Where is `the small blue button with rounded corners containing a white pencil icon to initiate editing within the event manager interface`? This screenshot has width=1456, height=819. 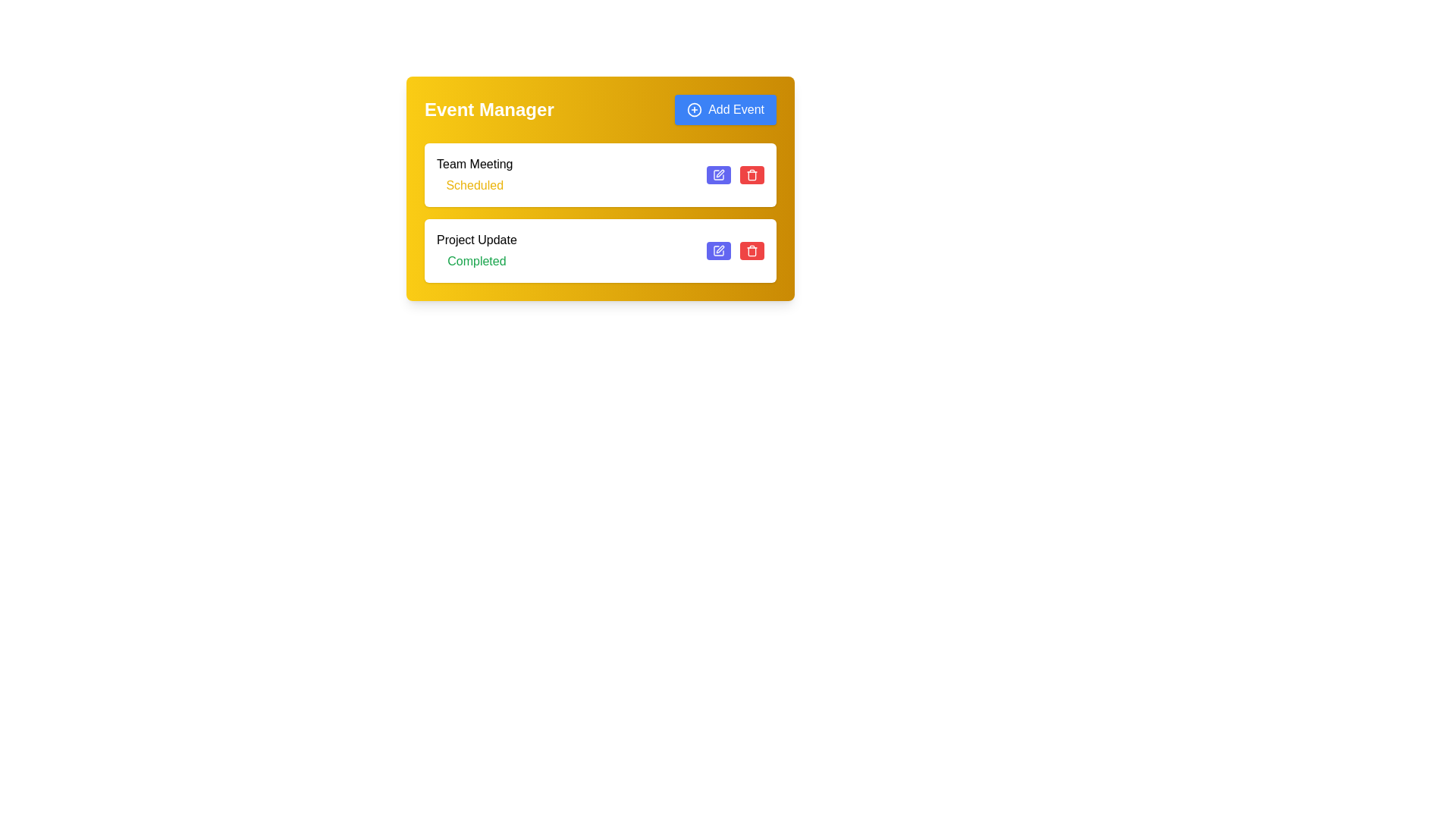 the small blue button with rounded corners containing a white pencil icon to initiate editing within the event manager interface is located at coordinates (718, 174).